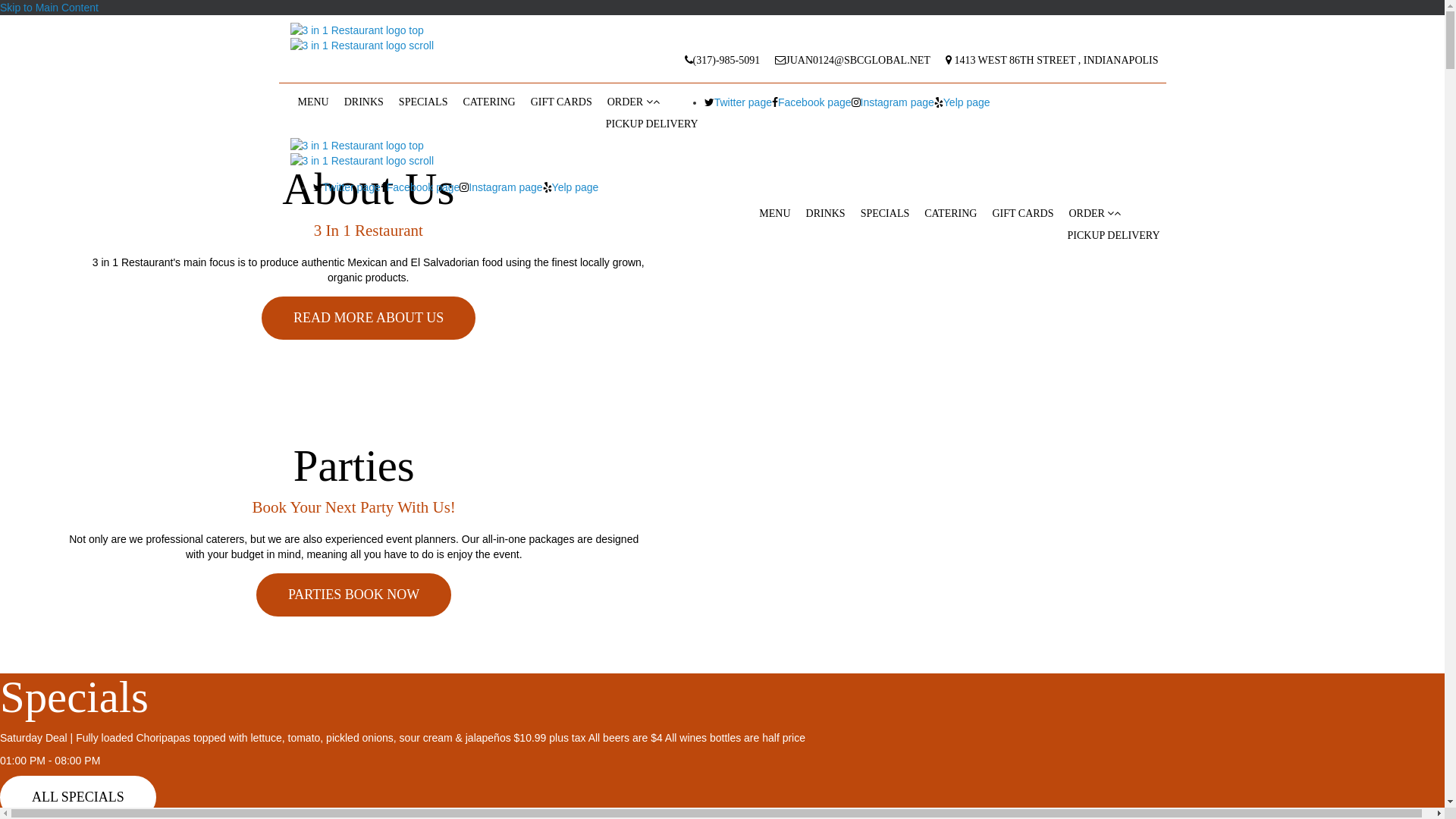 Image resolution: width=1456 pixels, height=819 pixels. Describe the element at coordinates (949, 213) in the screenshot. I see `'CATERING'` at that location.